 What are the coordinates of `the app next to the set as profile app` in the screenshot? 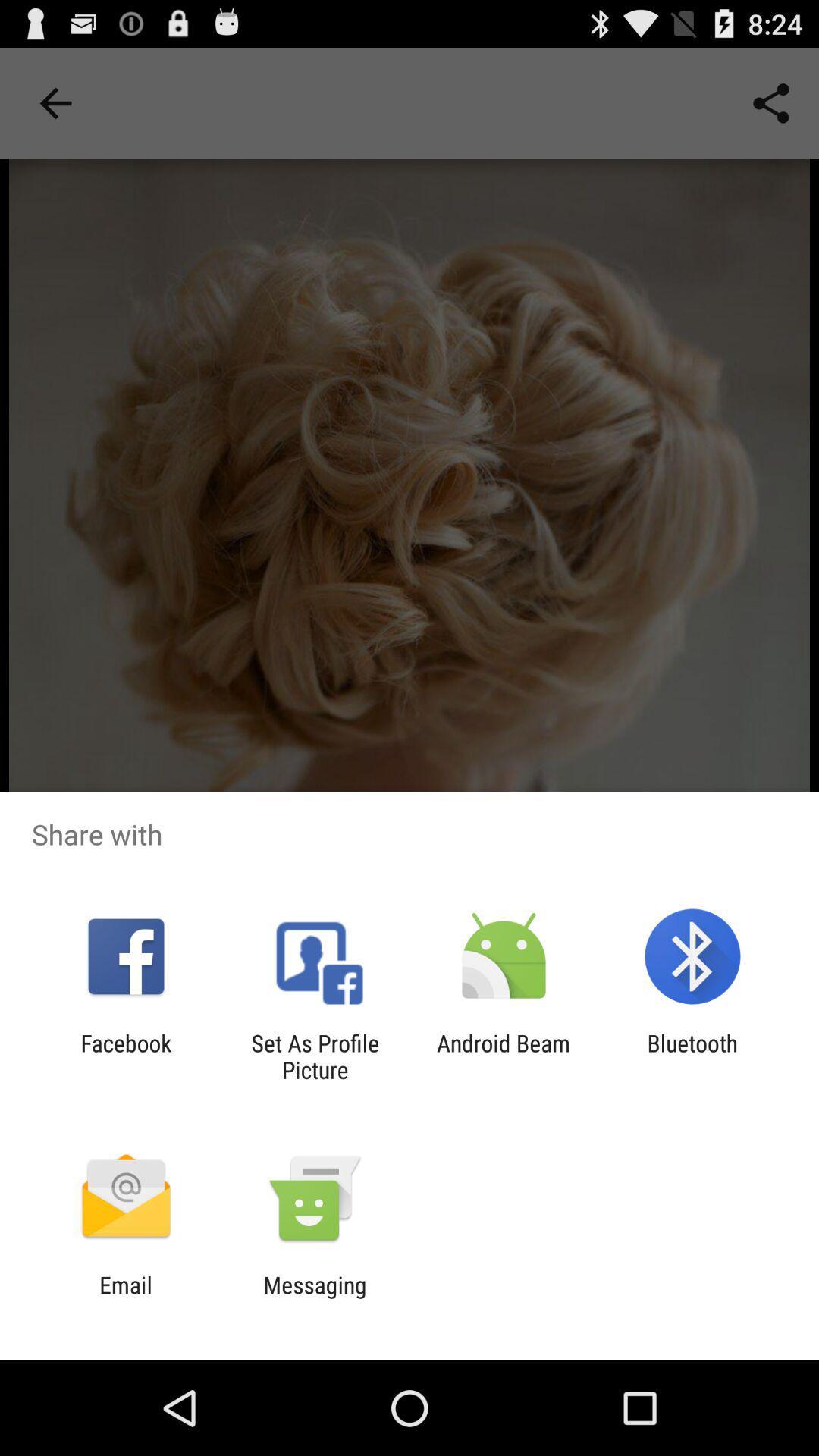 It's located at (504, 1056).